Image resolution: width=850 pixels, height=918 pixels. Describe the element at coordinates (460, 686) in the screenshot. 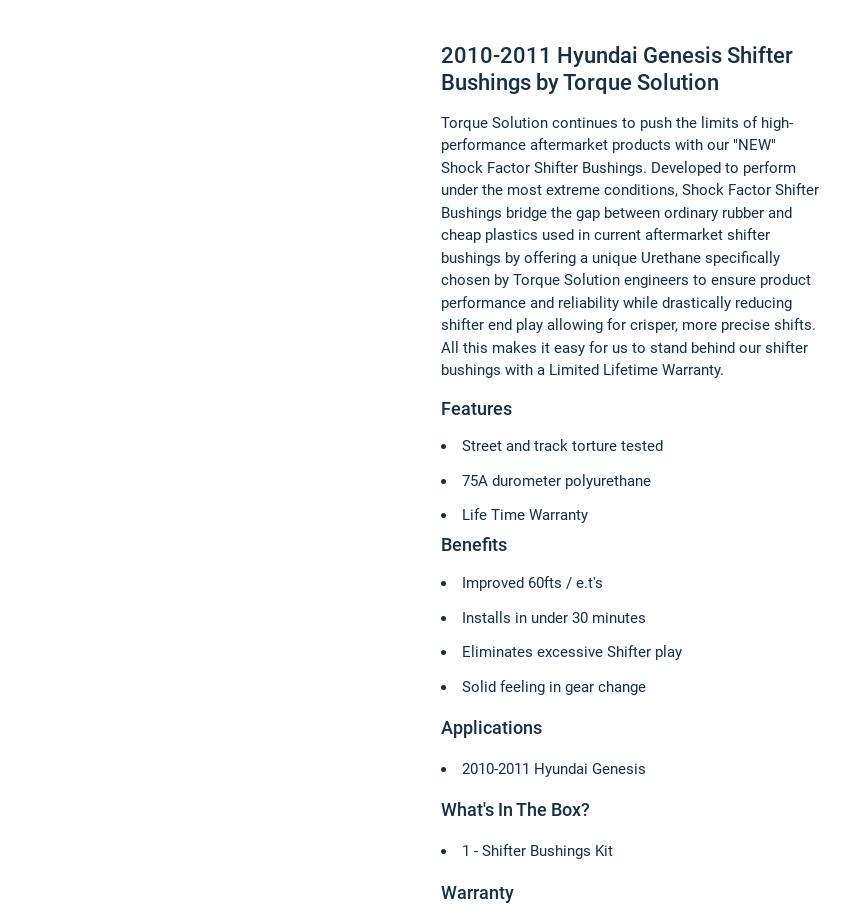

I see `'Solid feeling in gear change'` at that location.